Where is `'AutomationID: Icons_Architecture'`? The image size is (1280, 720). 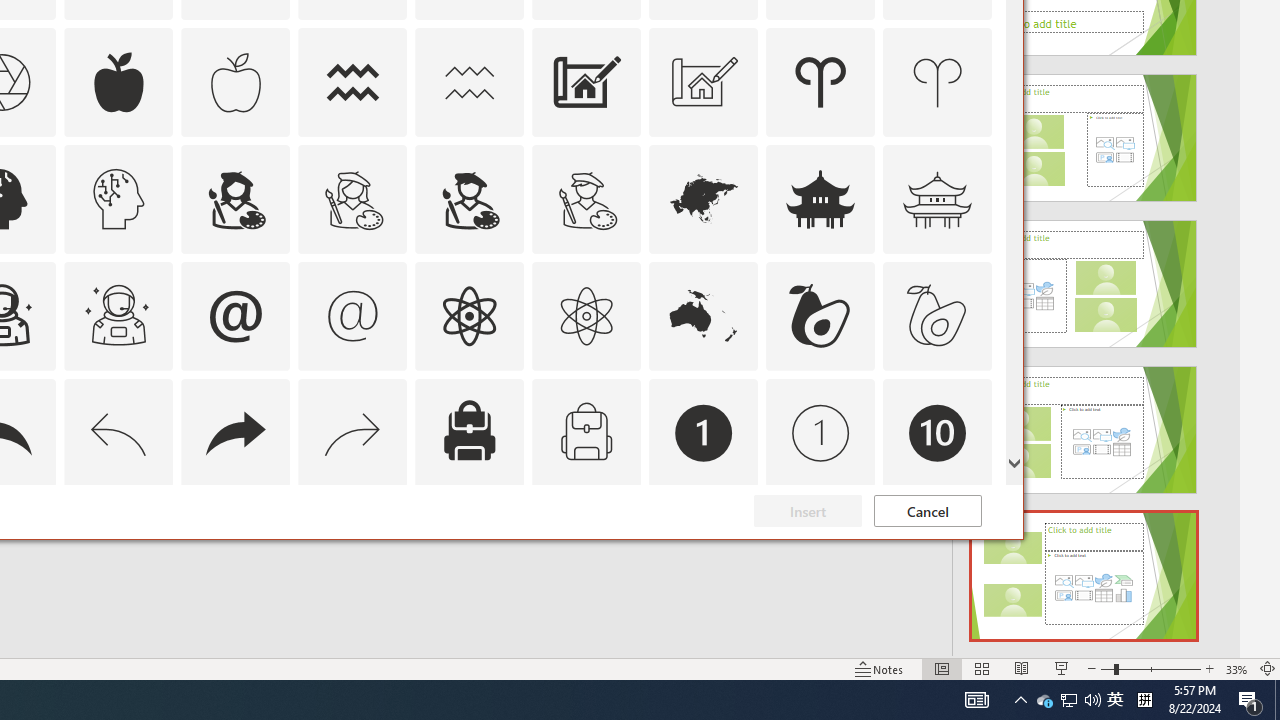
'AutomationID: Icons_Architecture' is located at coordinates (585, 81).